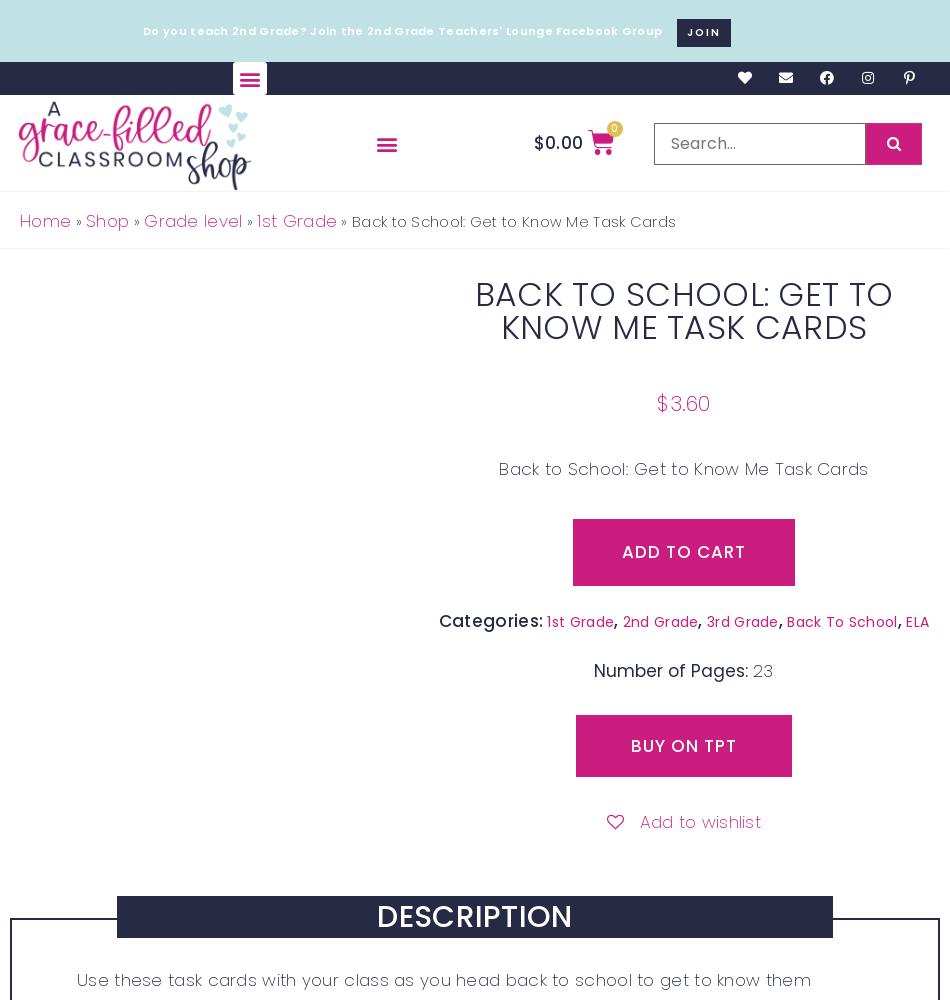 The width and height of the screenshot is (950, 1000). Describe the element at coordinates (741, 620) in the screenshot. I see `'3rd Grade'` at that location.